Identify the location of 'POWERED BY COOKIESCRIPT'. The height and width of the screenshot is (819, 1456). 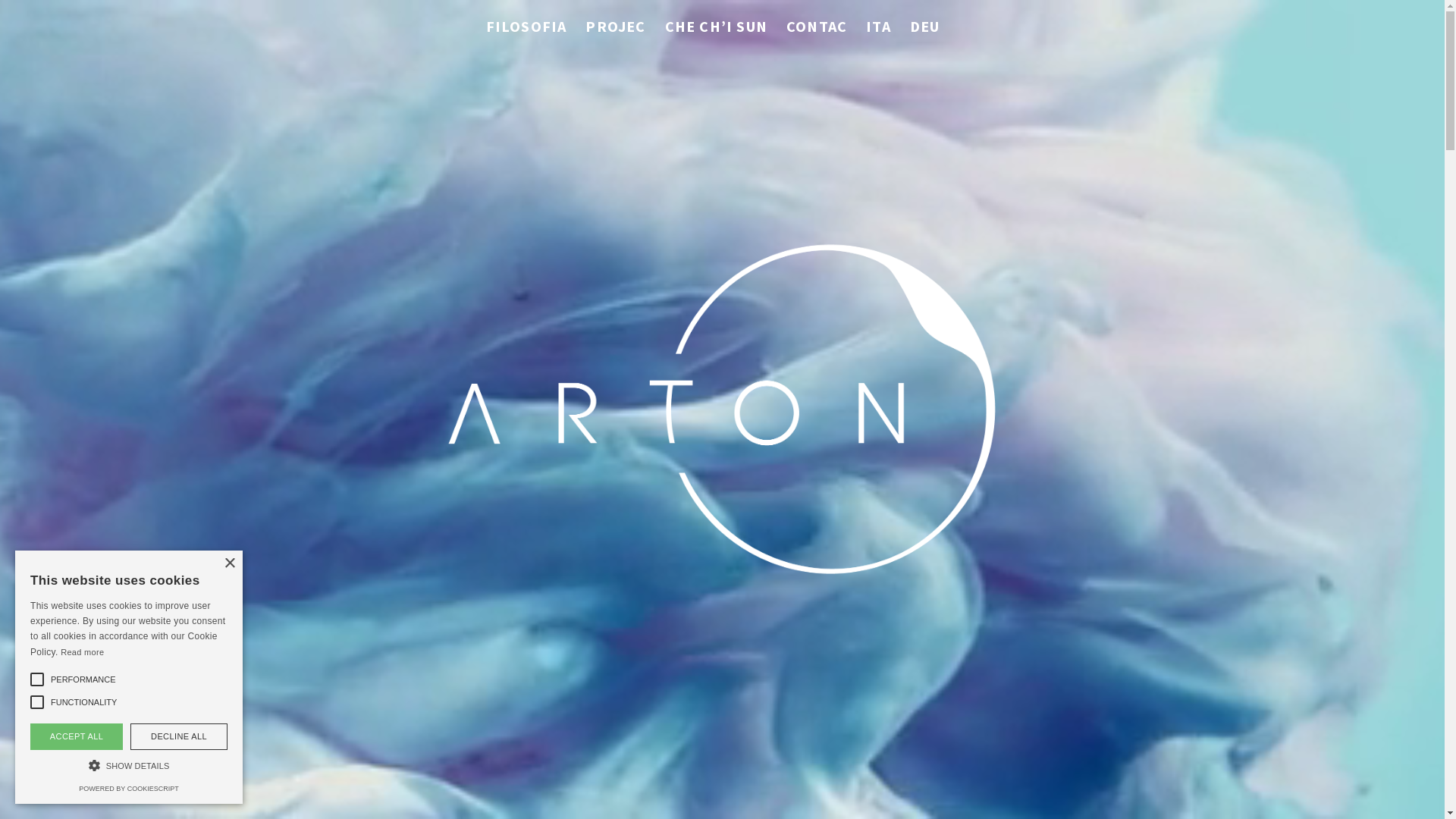
(128, 788).